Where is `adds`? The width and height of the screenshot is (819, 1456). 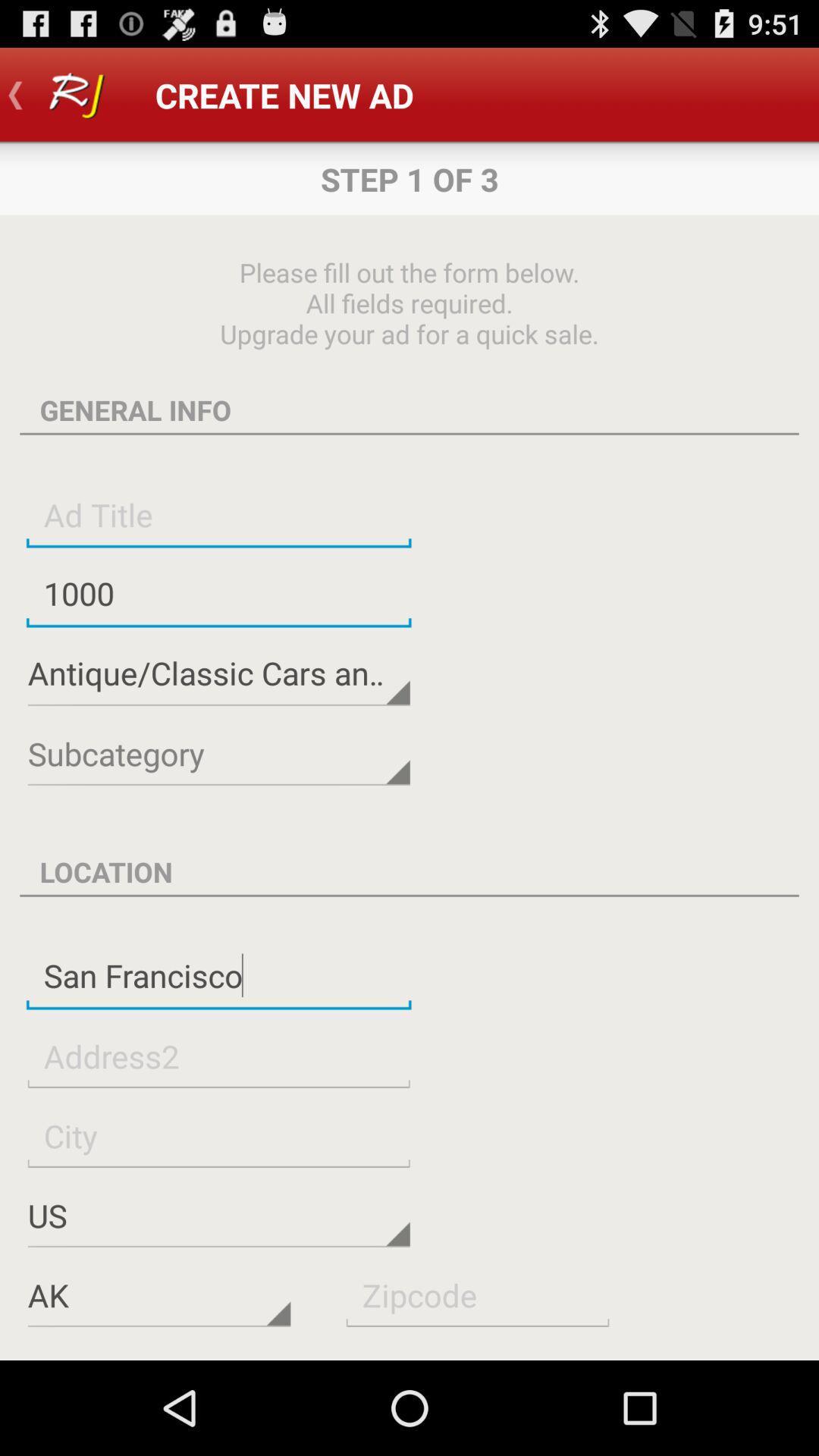 adds is located at coordinates (476, 1294).